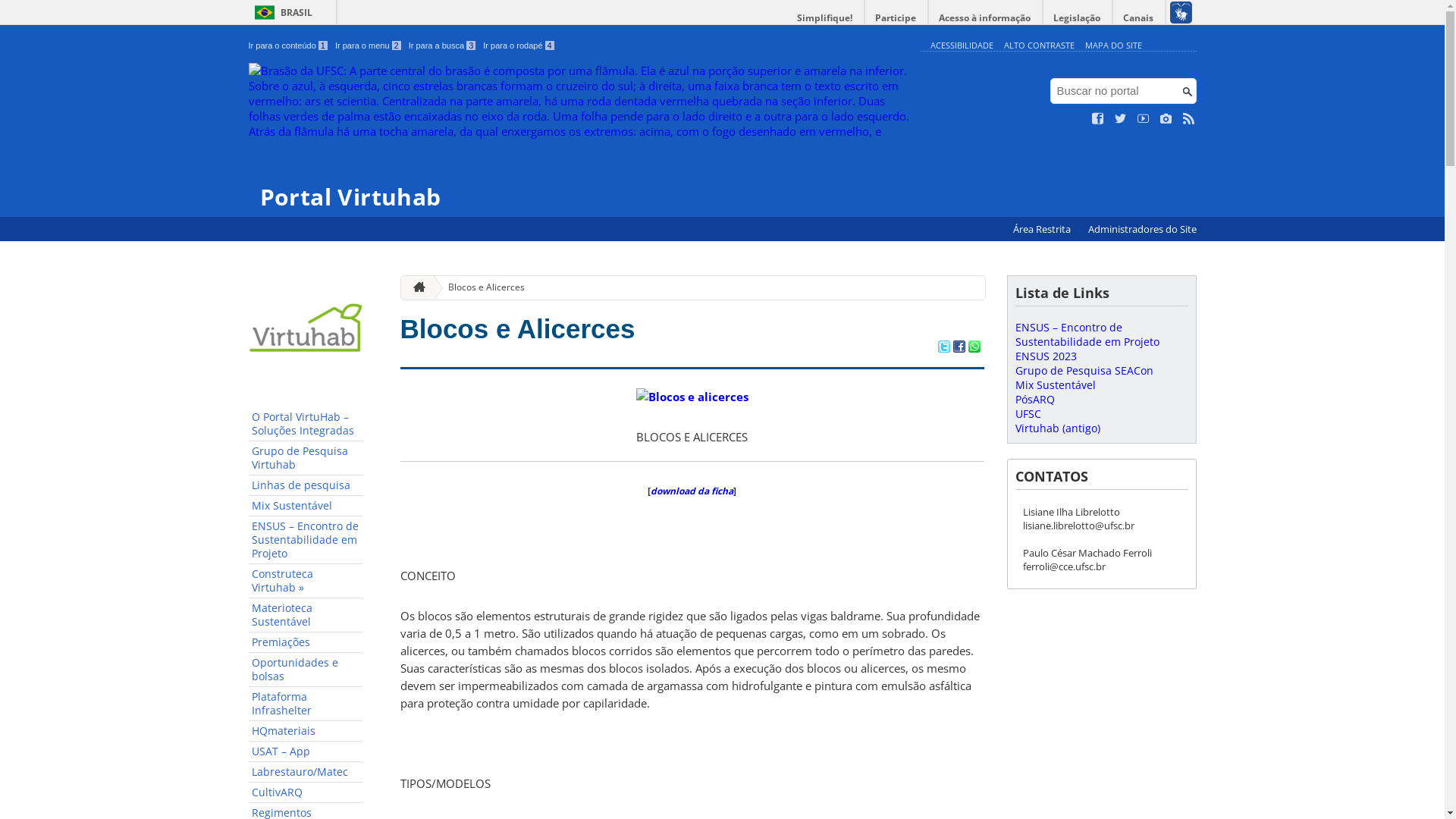 This screenshot has height=819, width=1456. What do you see at coordinates (368, 45) in the screenshot?
I see `'Ir para o menu 2'` at bounding box center [368, 45].